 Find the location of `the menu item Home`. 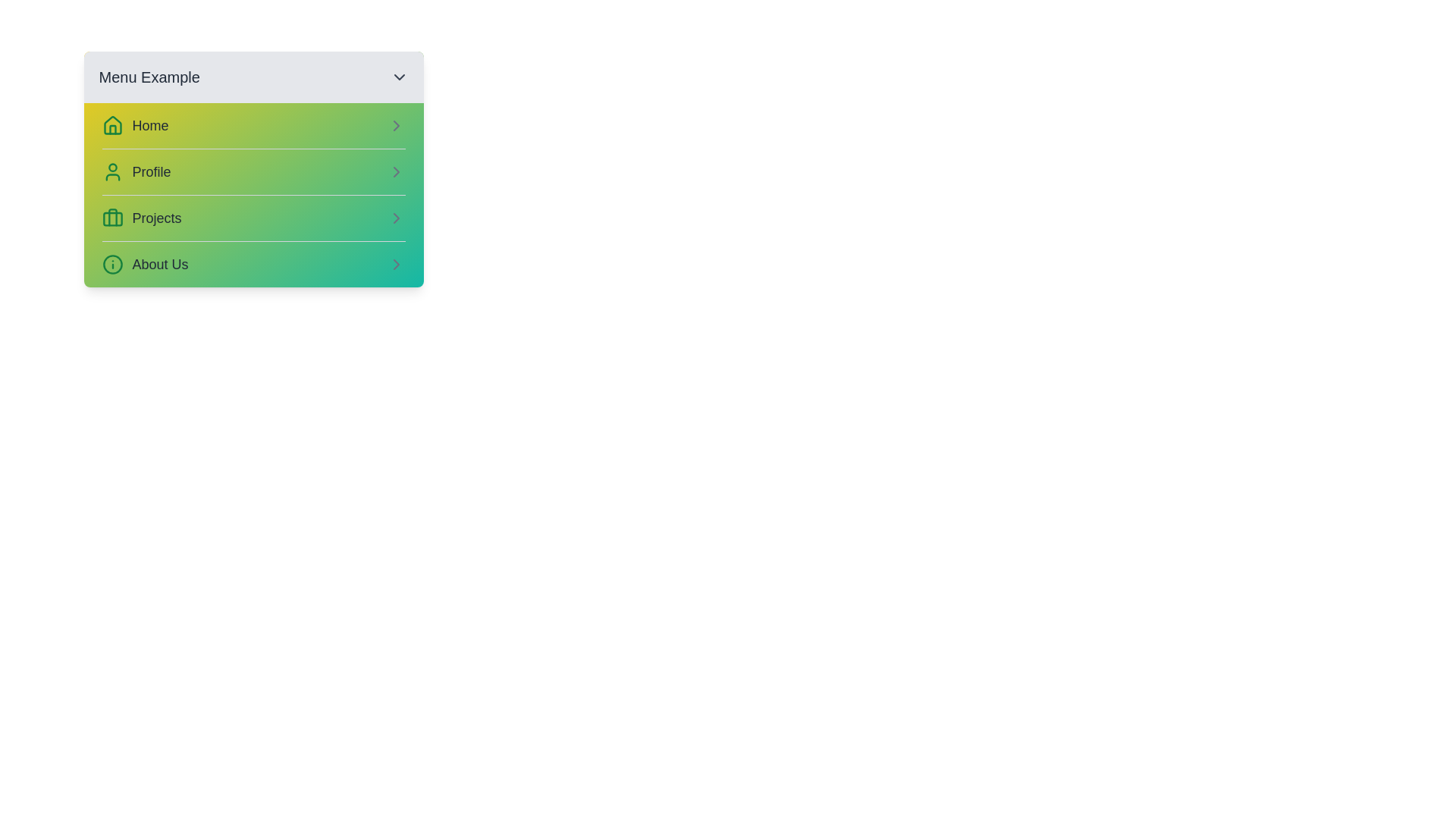

the menu item Home is located at coordinates (253, 124).